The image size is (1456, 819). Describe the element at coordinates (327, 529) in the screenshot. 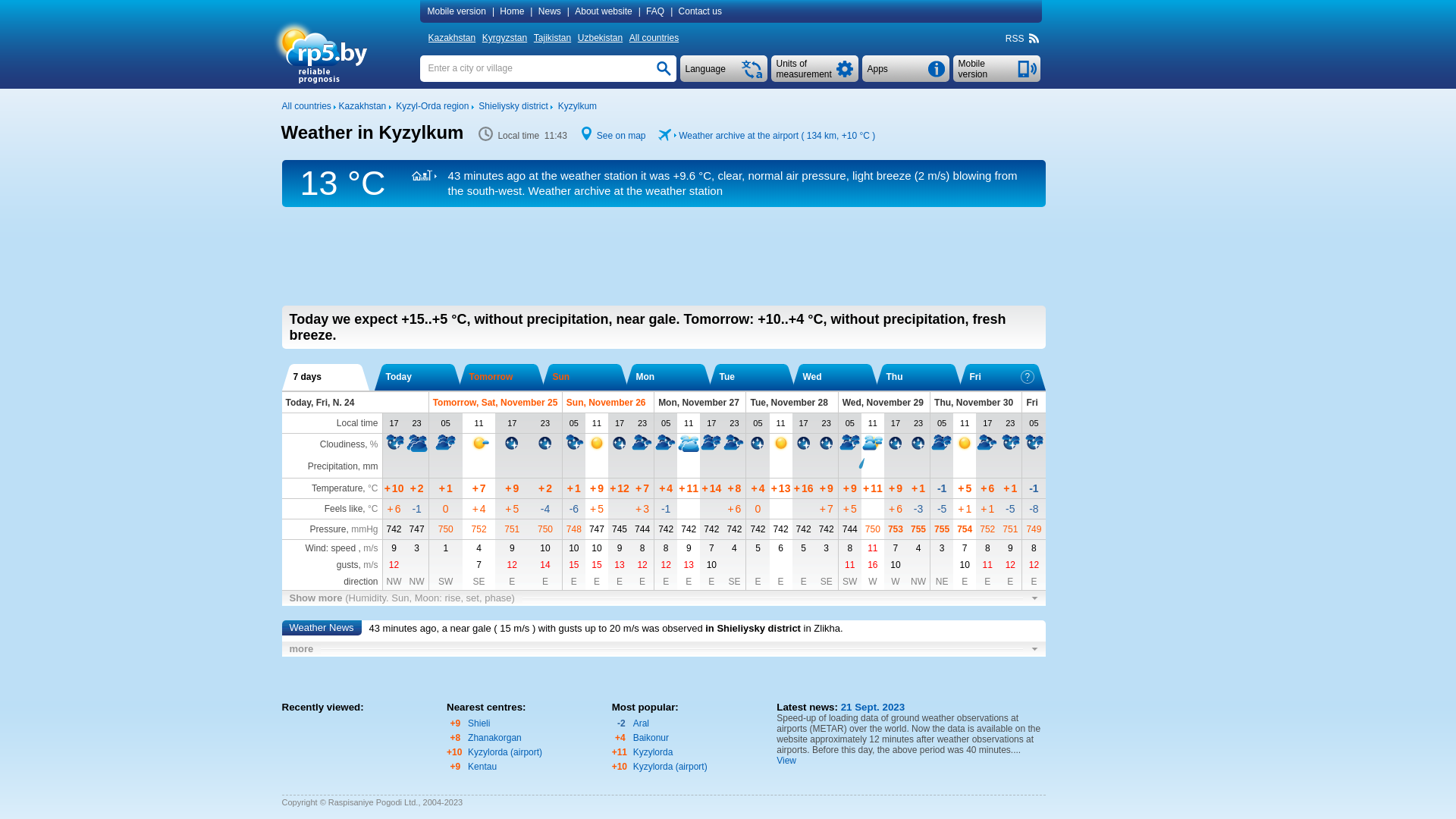

I see `'Pressure'` at that location.